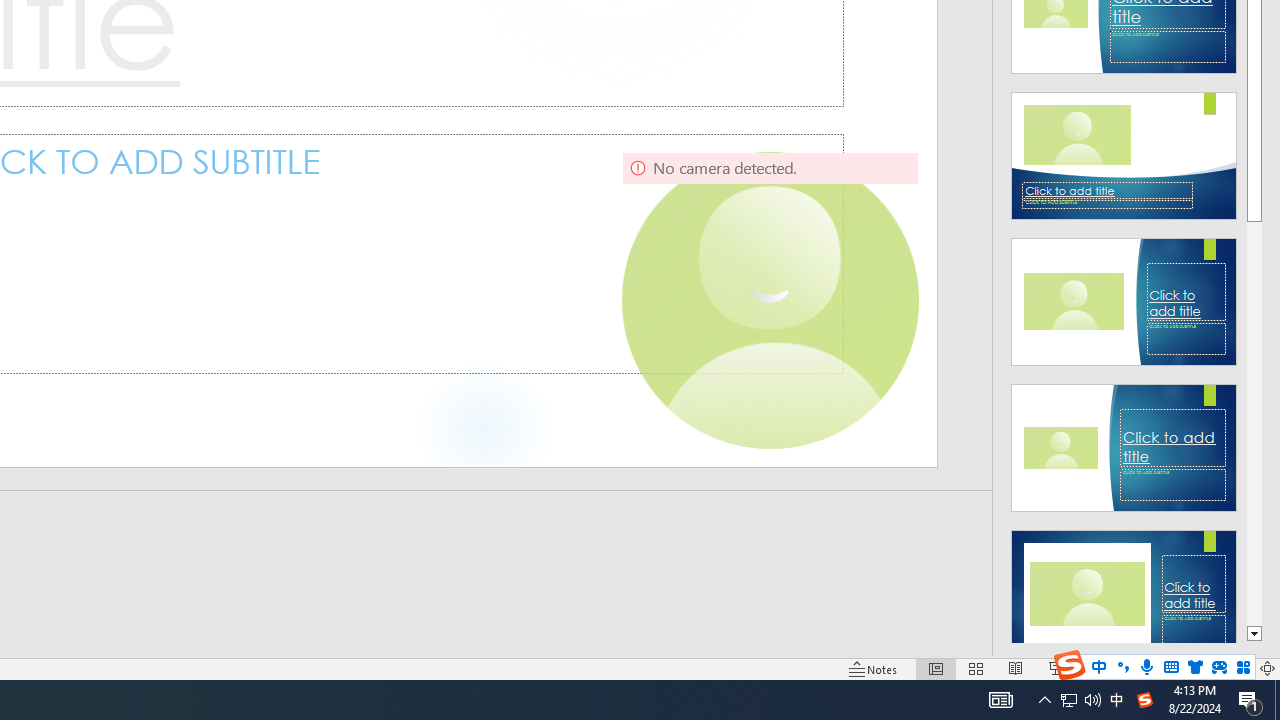 The width and height of the screenshot is (1280, 720). What do you see at coordinates (976, 669) in the screenshot?
I see `'Slide Sorter'` at bounding box center [976, 669].